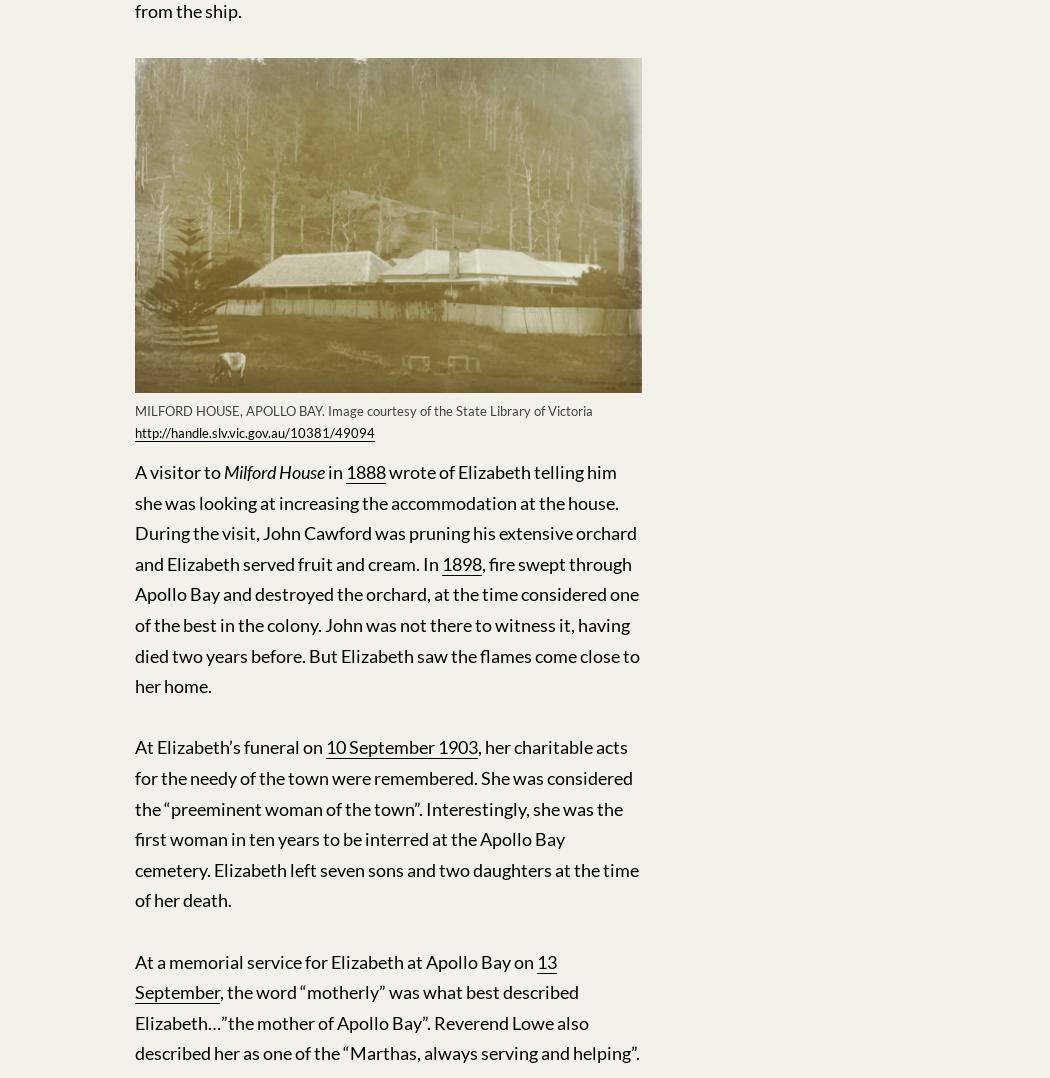  I want to click on 'At a memorial service for Elizabeth at Apollo Bay on', so click(336, 960).